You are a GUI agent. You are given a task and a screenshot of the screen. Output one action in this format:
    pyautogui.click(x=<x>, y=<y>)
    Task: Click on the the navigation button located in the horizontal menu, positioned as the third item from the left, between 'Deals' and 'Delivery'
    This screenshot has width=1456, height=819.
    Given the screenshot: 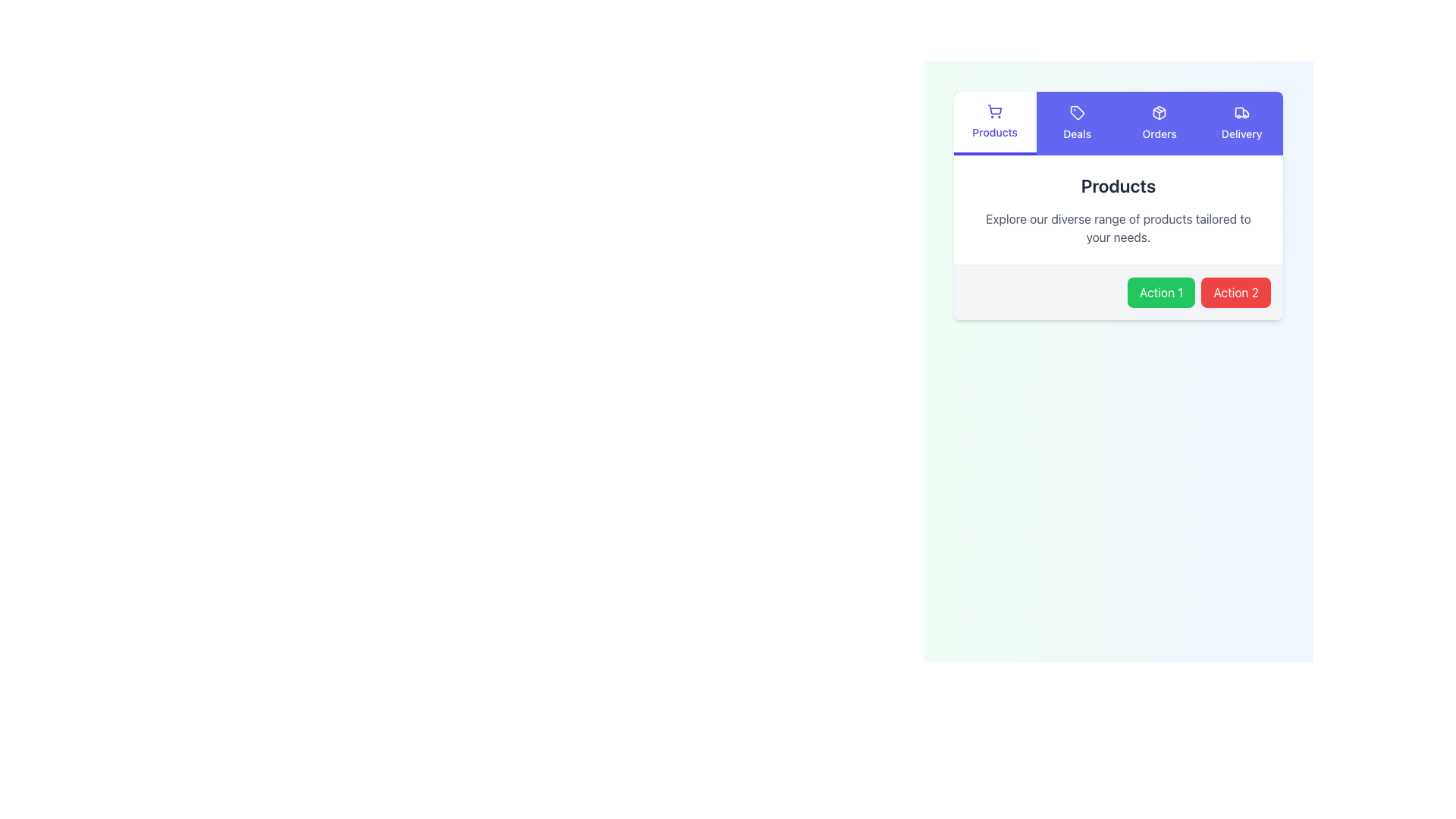 What is the action you would take?
    pyautogui.click(x=1159, y=122)
    